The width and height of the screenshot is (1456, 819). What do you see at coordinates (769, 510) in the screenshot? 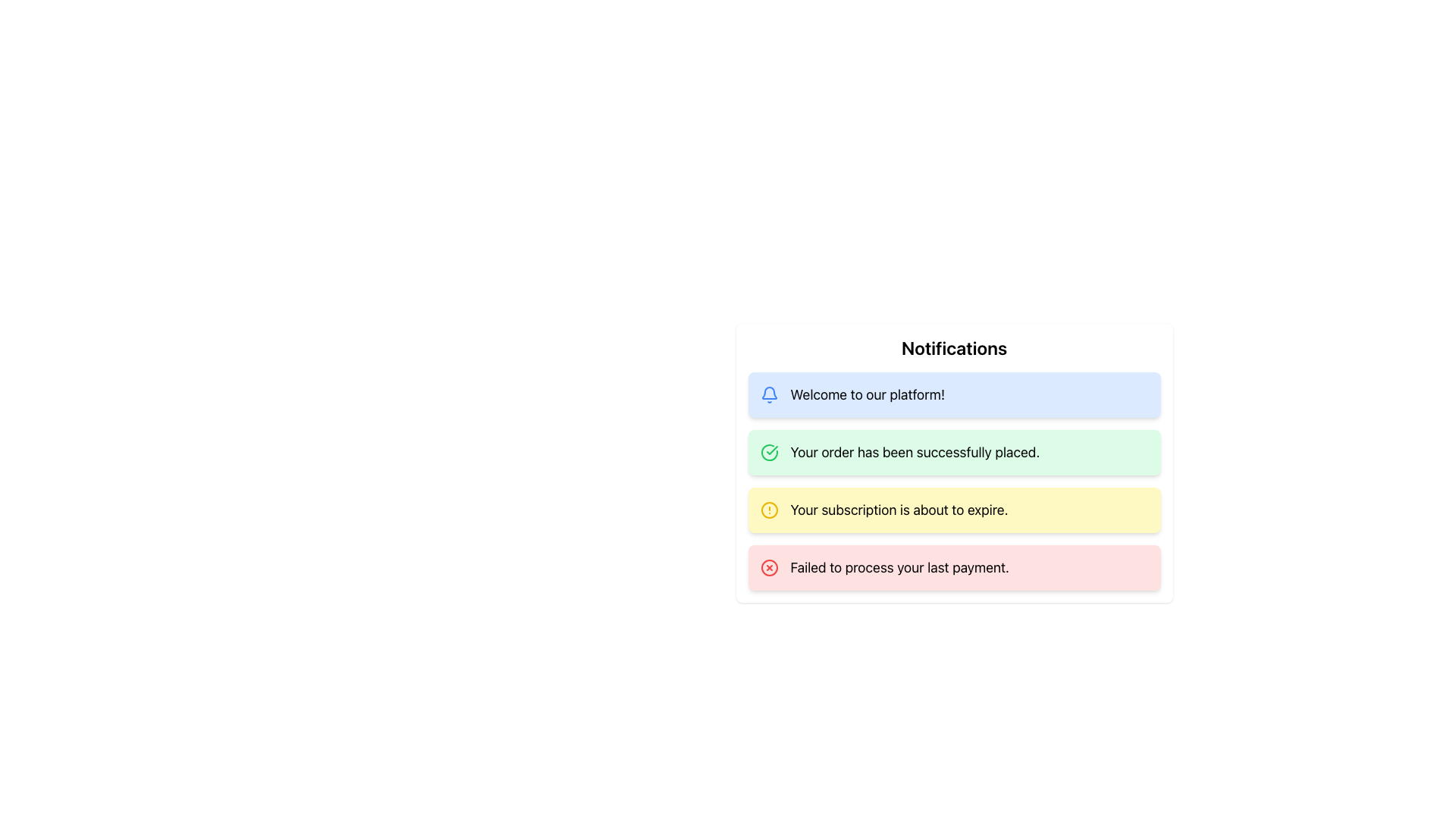
I see `the circular alert icon with a yellow outline and an exclamation mark, located to the left of the text 'Your subscription is about to expire.' in the third notification of the panel` at bounding box center [769, 510].